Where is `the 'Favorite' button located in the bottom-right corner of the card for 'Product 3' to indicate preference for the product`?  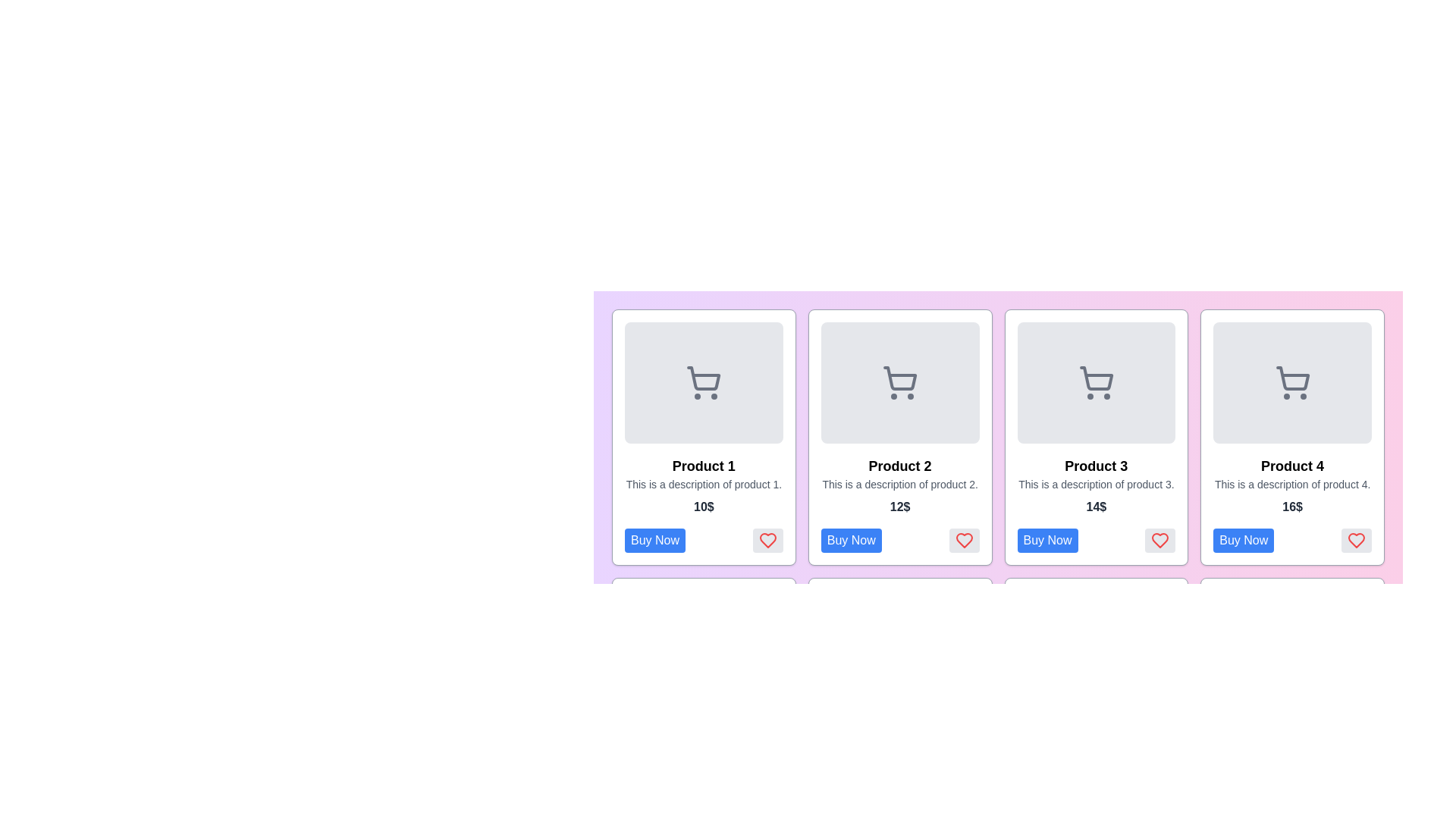 the 'Favorite' button located in the bottom-right corner of the card for 'Product 3' to indicate preference for the product is located at coordinates (1159, 540).